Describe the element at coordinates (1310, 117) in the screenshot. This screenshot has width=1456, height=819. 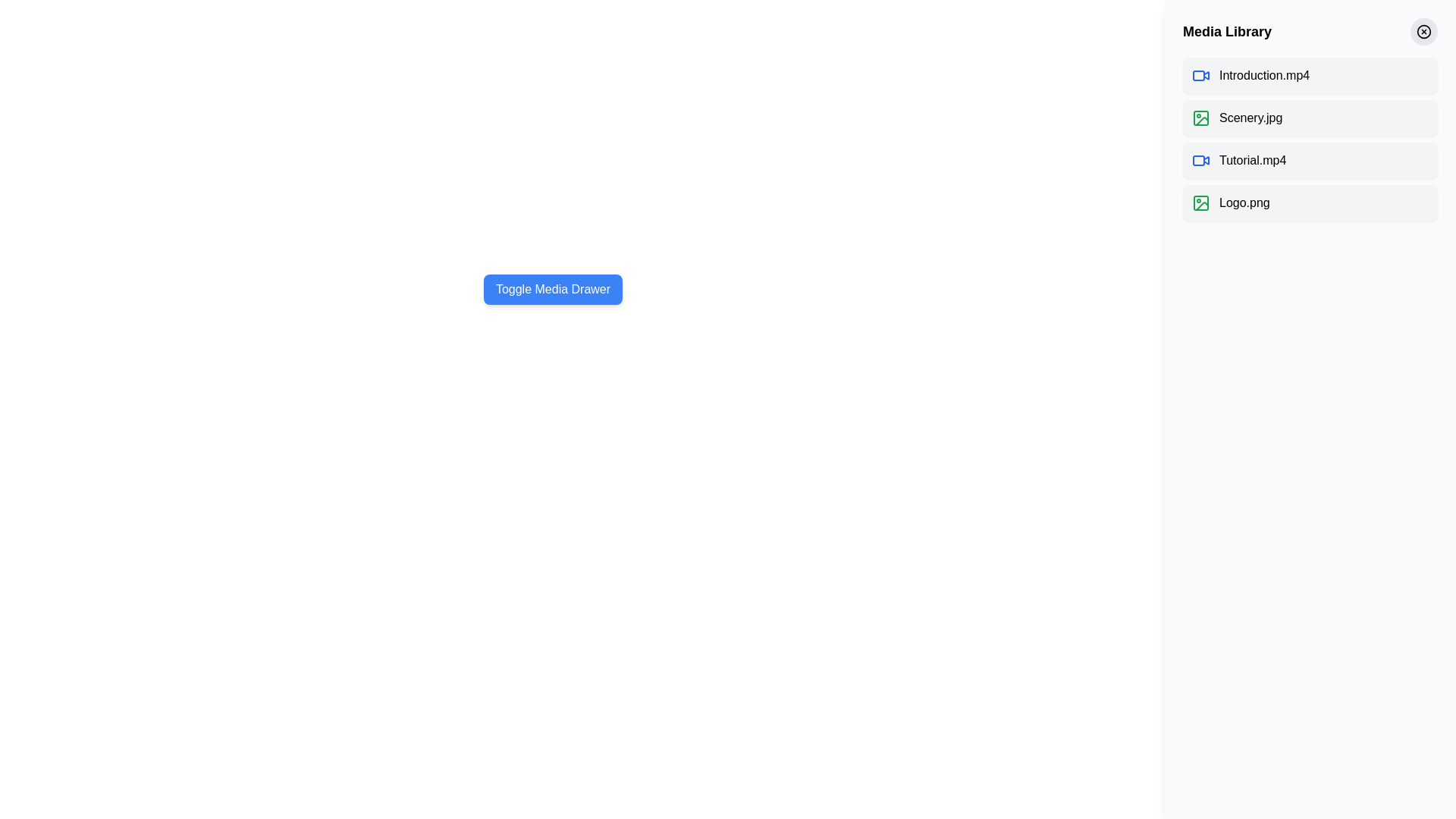
I see `the second list item` at that location.